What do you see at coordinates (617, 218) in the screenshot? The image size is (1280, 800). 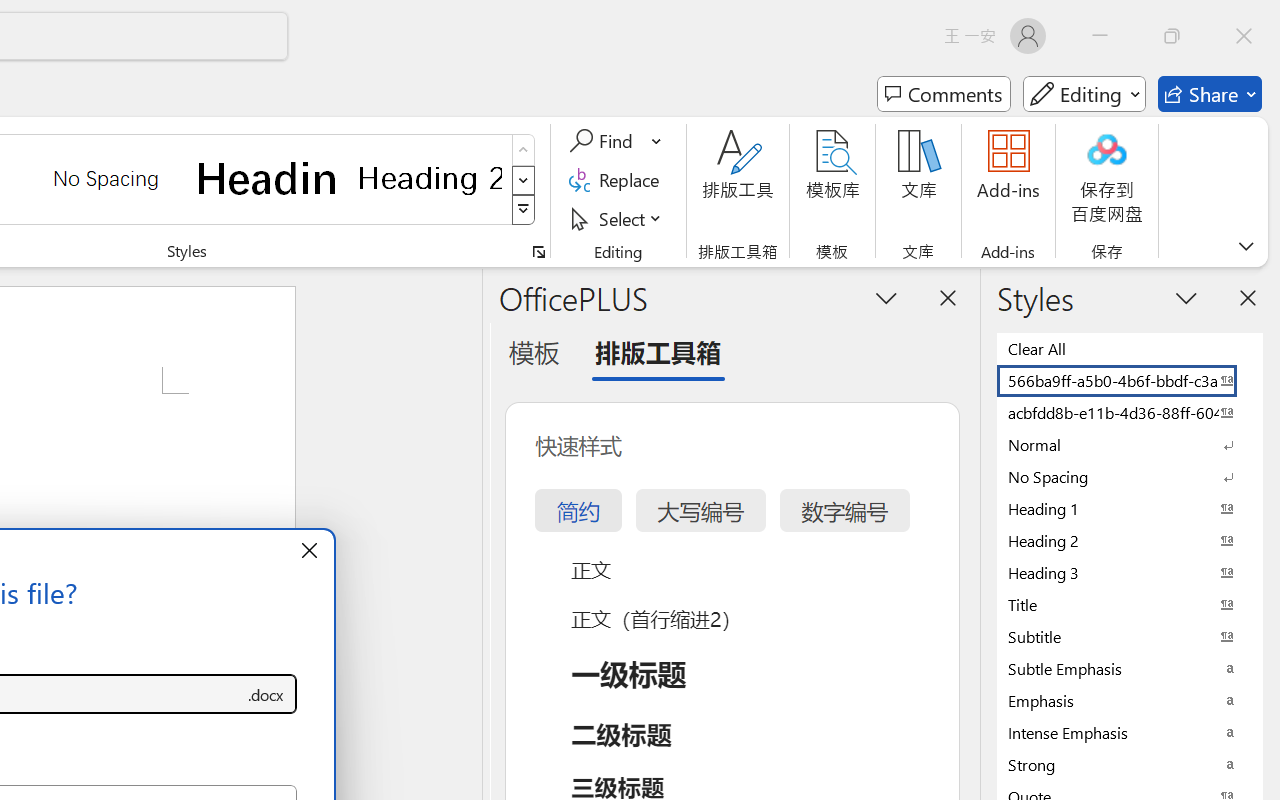 I see `'Select'` at bounding box center [617, 218].